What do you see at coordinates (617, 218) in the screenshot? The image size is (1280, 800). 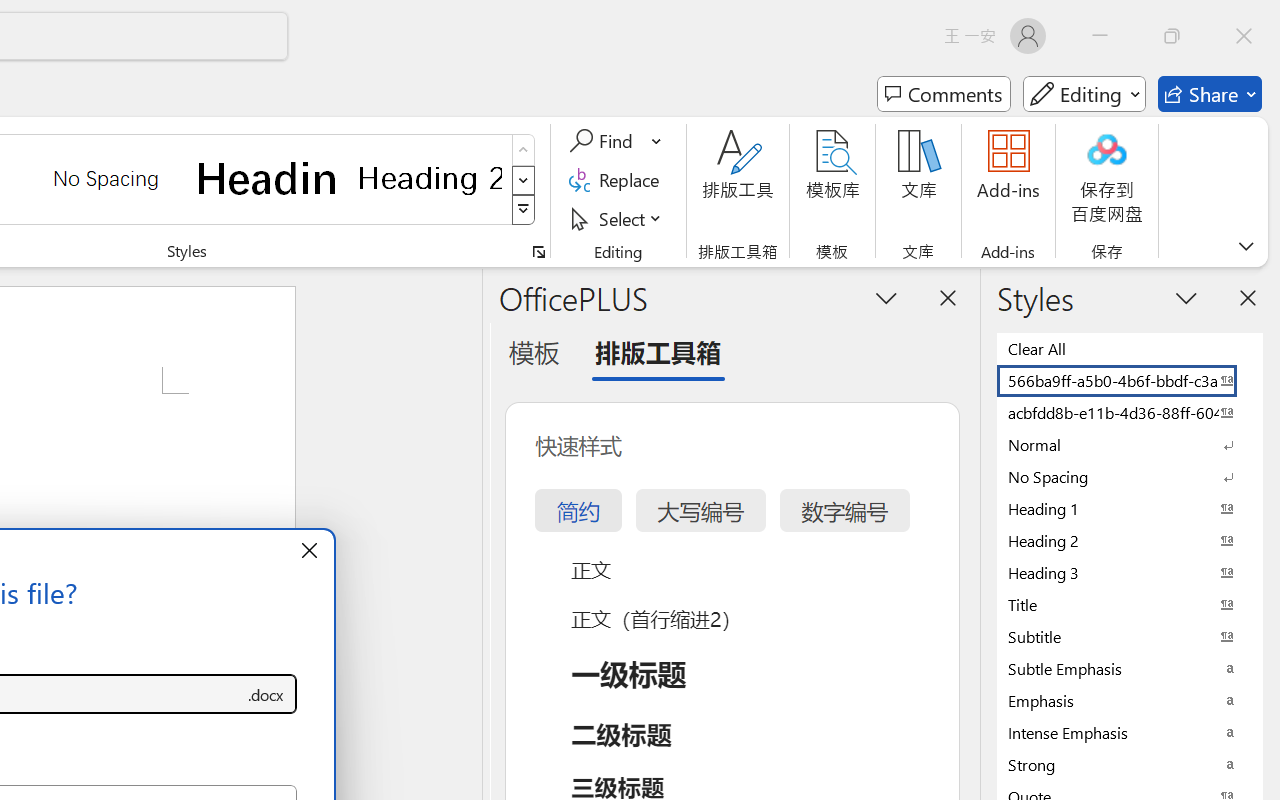 I see `'Select'` at bounding box center [617, 218].